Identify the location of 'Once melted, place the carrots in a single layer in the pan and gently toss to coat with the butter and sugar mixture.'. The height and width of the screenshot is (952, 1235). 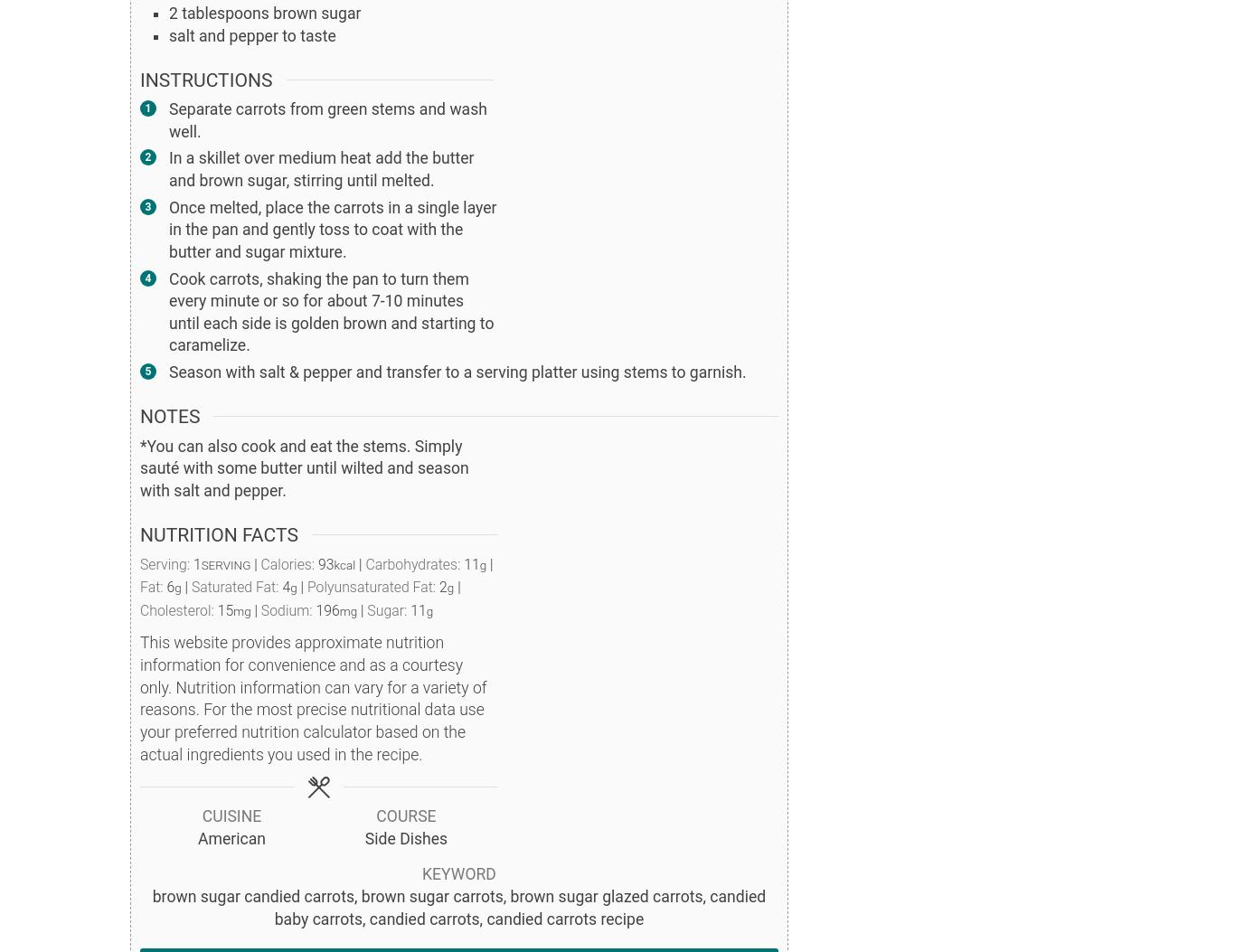
(332, 228).